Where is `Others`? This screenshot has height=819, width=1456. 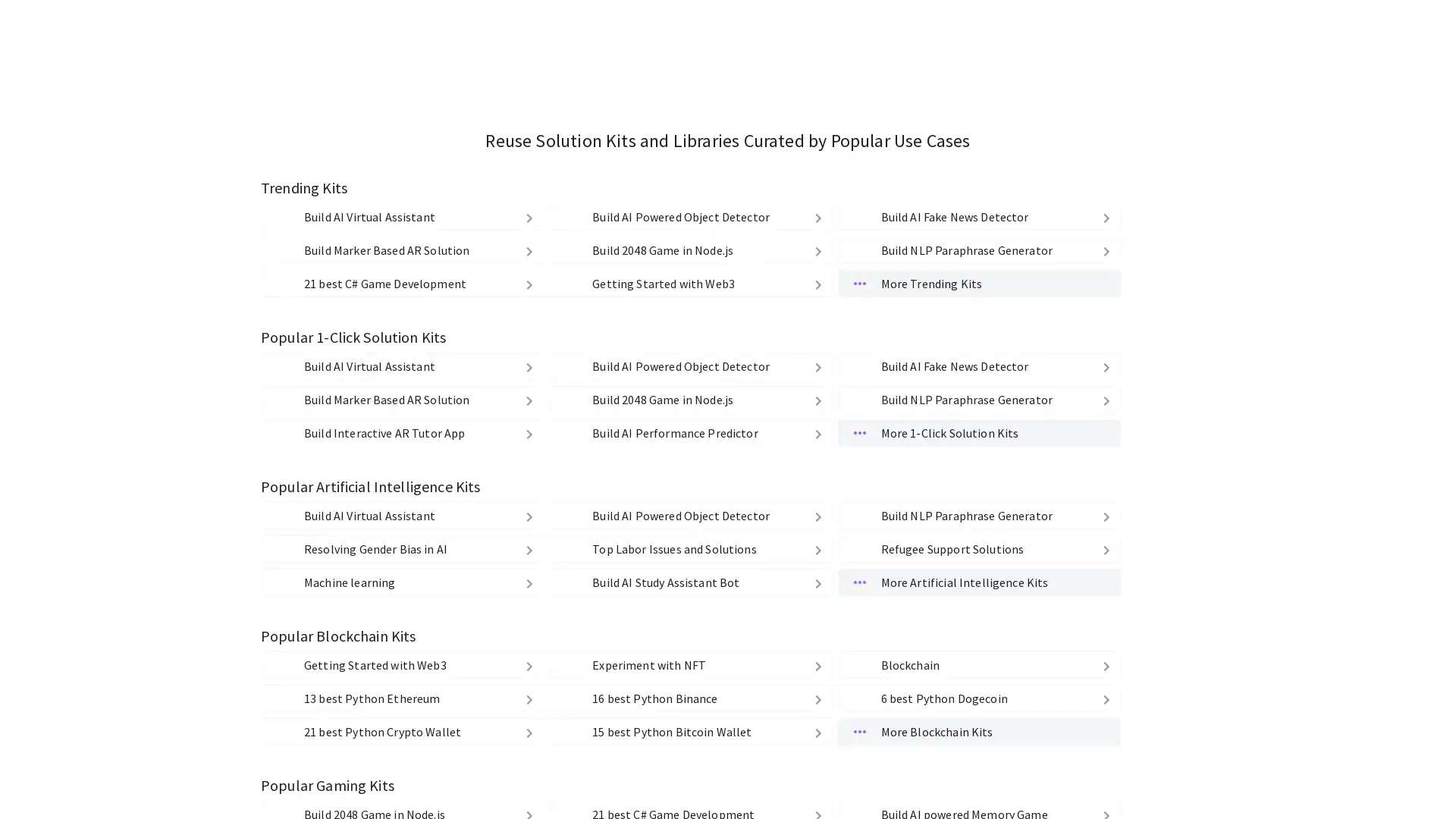
Others is located at coordinates (574, 447).